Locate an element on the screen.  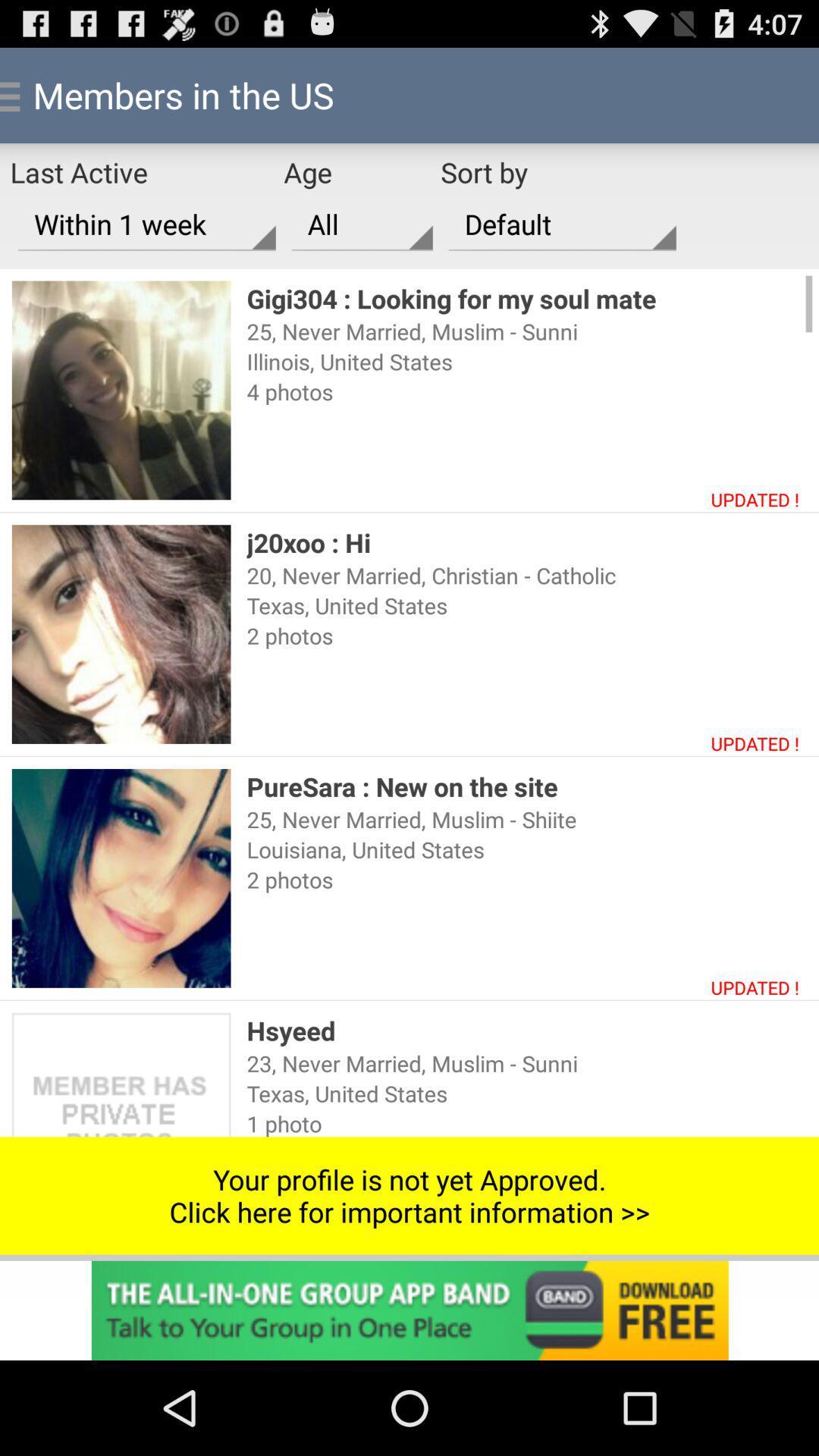
advertisement page is located at coordinates (409, 1310).